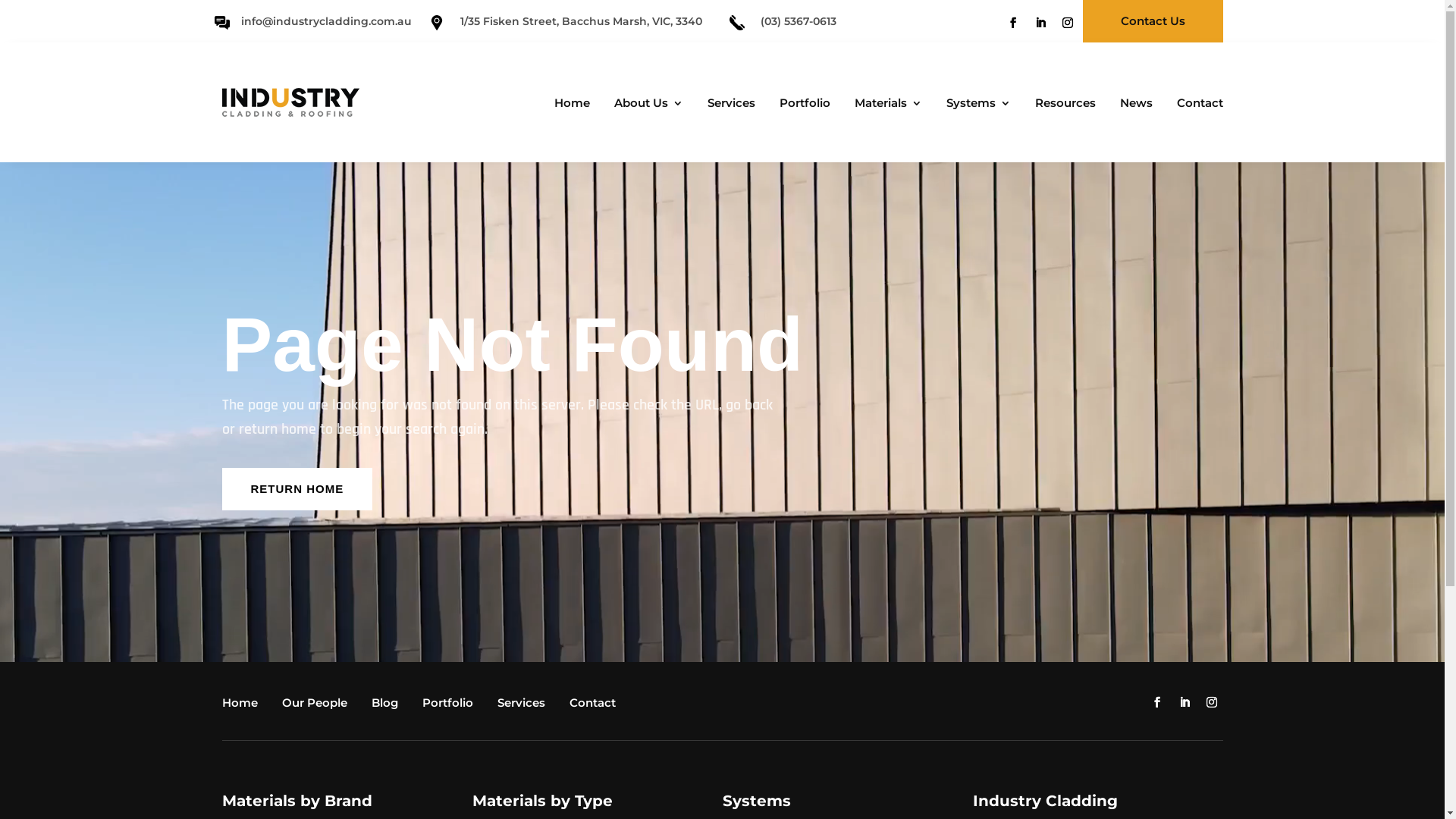 The width and height of the screenshot is (1456, 819). Describe the element at coordinates (1066, 23) in the screenshot. I see `'Follow on Instagram'` at that location.